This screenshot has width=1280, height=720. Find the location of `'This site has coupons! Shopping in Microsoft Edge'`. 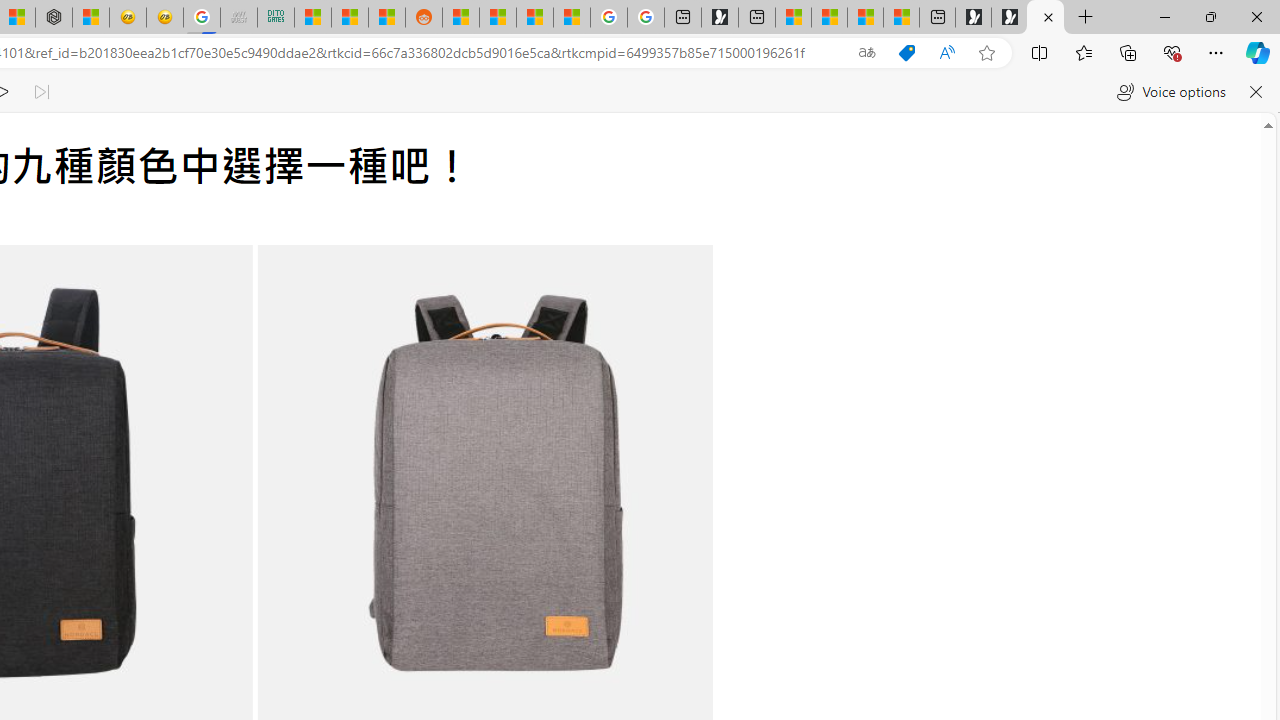

'This site has coupons! Shopping in Microsoft Edge' is located at coordinates (905, 52).